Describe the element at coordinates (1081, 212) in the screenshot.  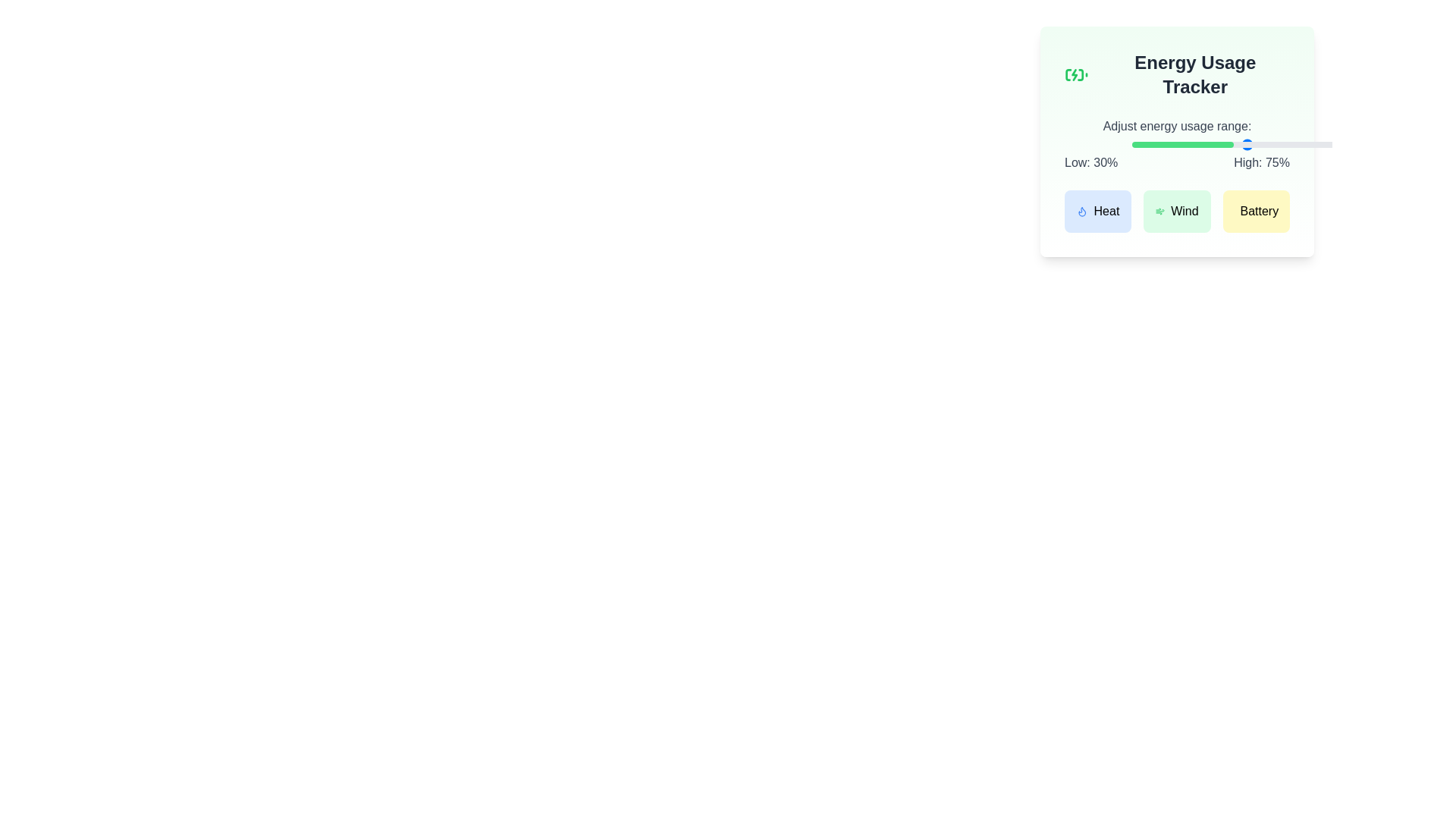
I see `the flame-shaped icon with a blue outline, located within the card labeled 'Energy Usage Tracker', positioned near the top-left corner of the card` at that location.